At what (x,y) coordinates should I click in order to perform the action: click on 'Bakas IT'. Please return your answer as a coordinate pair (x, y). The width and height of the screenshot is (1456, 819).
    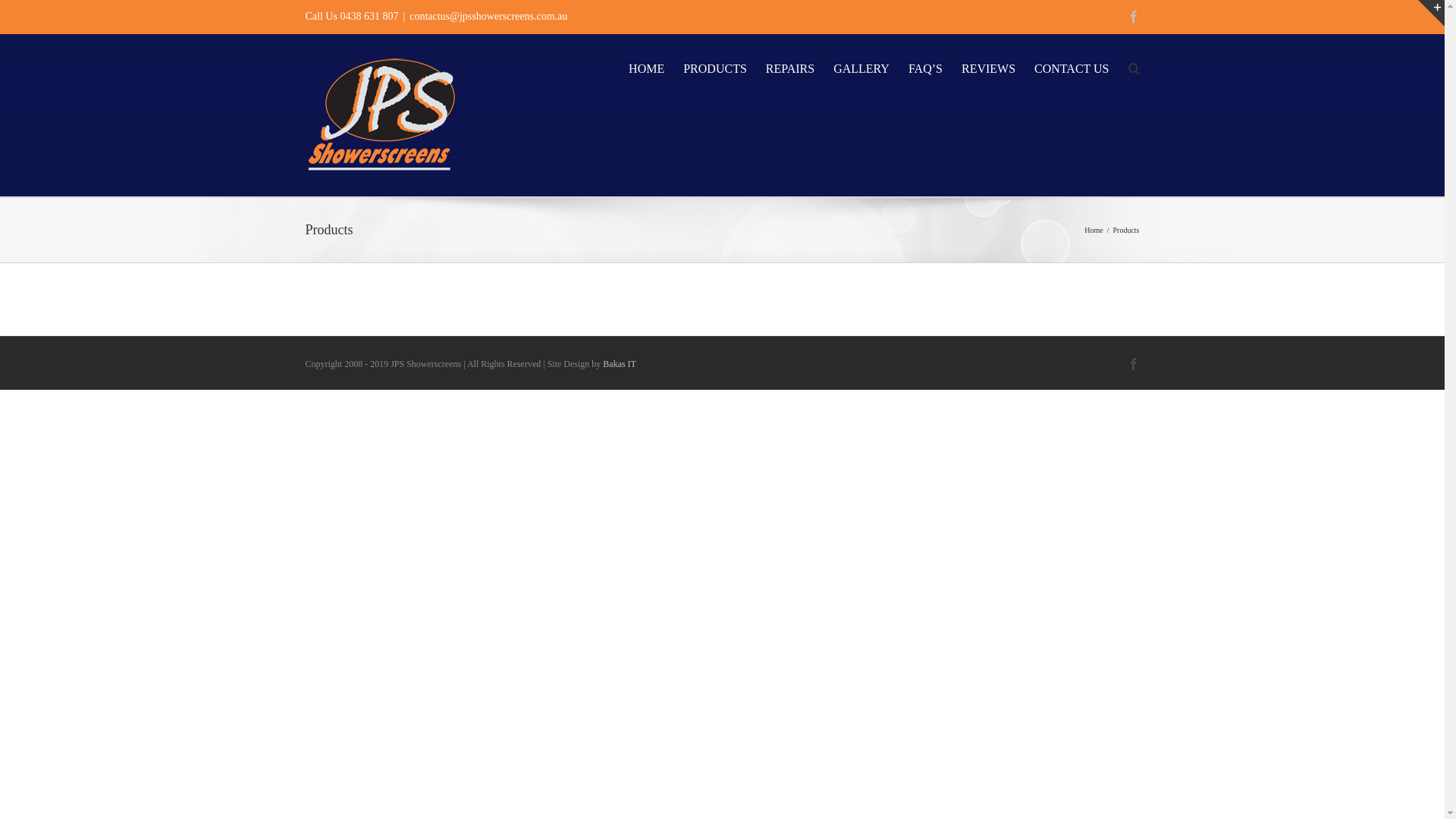
    Looking at the image, I should click on (619, 363).